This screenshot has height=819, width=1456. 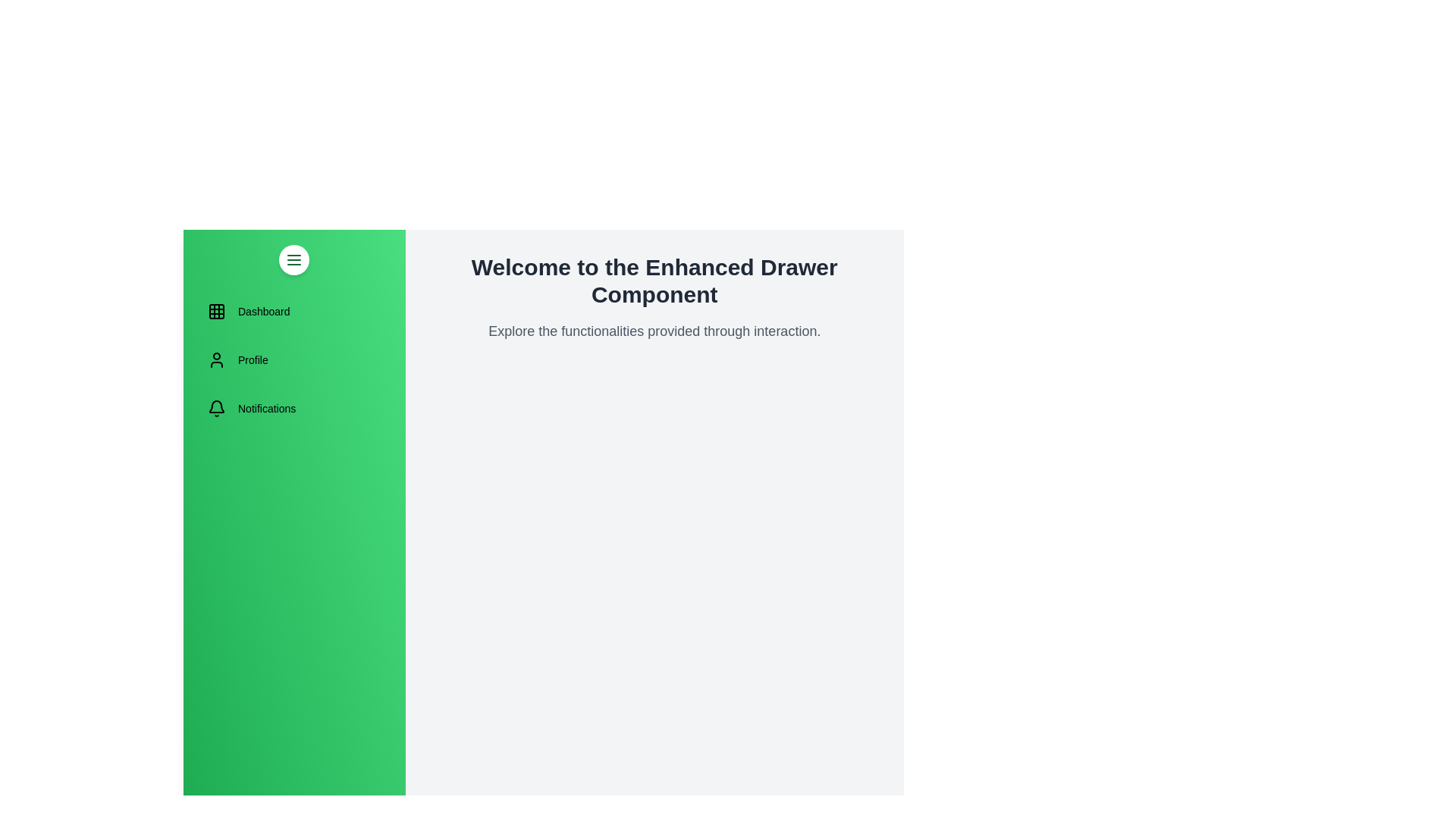 I want to click on the menu item Dashboard to navigate to the corresponding section, so click(x=294, y=311).